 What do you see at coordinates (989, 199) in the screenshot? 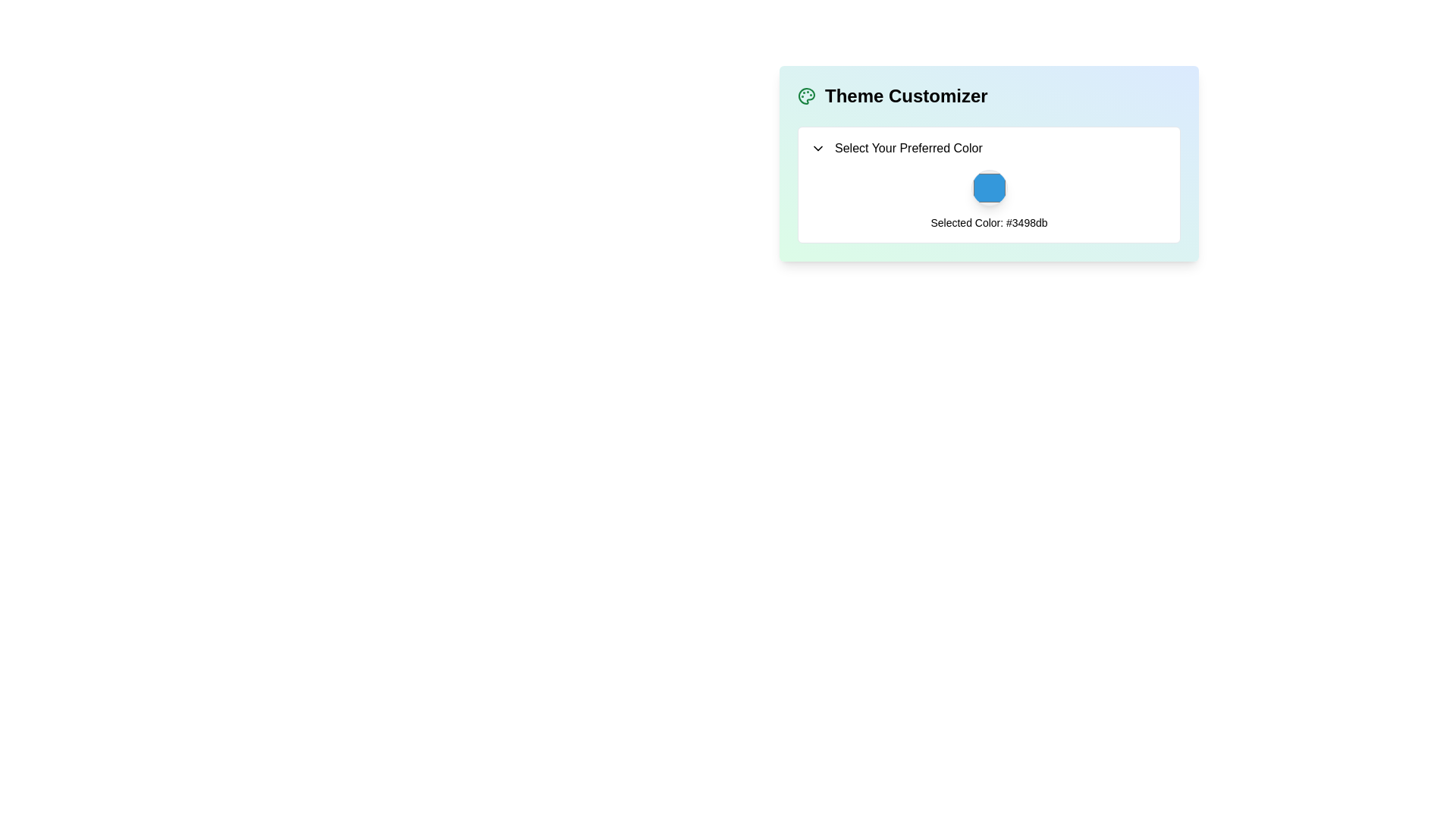
I see `the Color Display Icon within the Theme Customizer card that represents the currently selected color` at bounding box center [989, 199].